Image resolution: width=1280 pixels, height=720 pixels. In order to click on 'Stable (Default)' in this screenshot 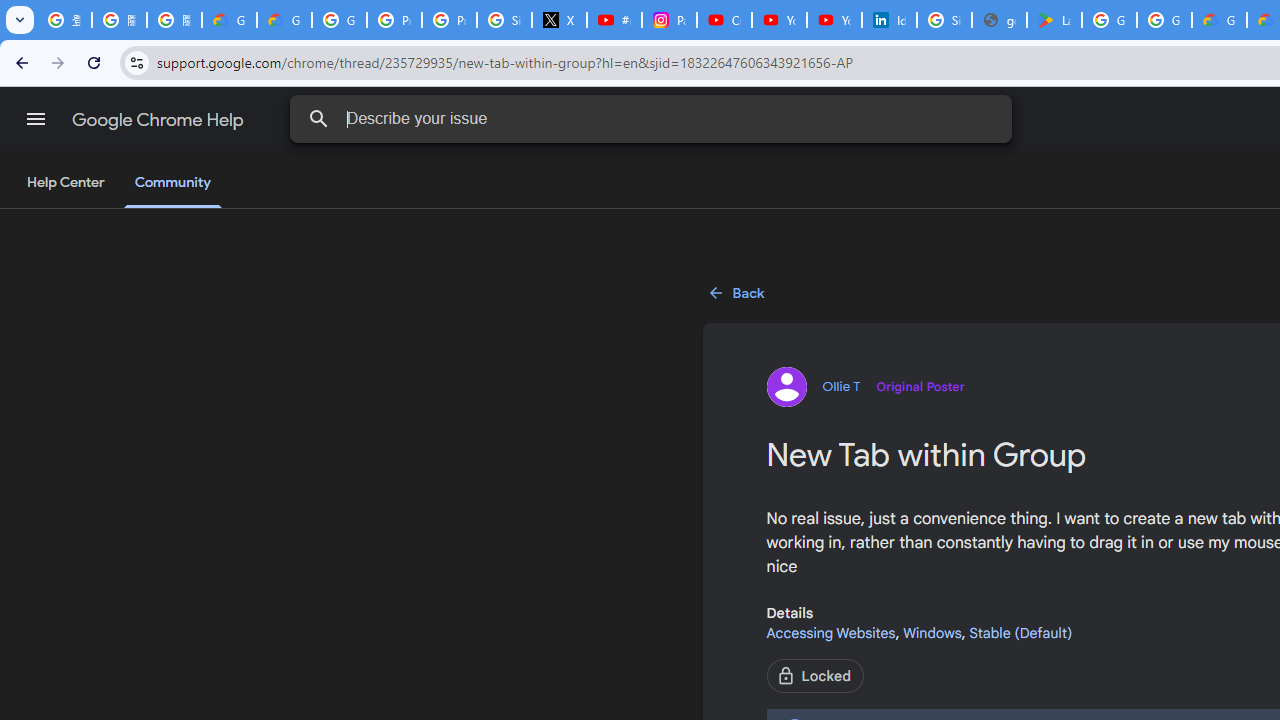, I will do `click(1020, 632)`.